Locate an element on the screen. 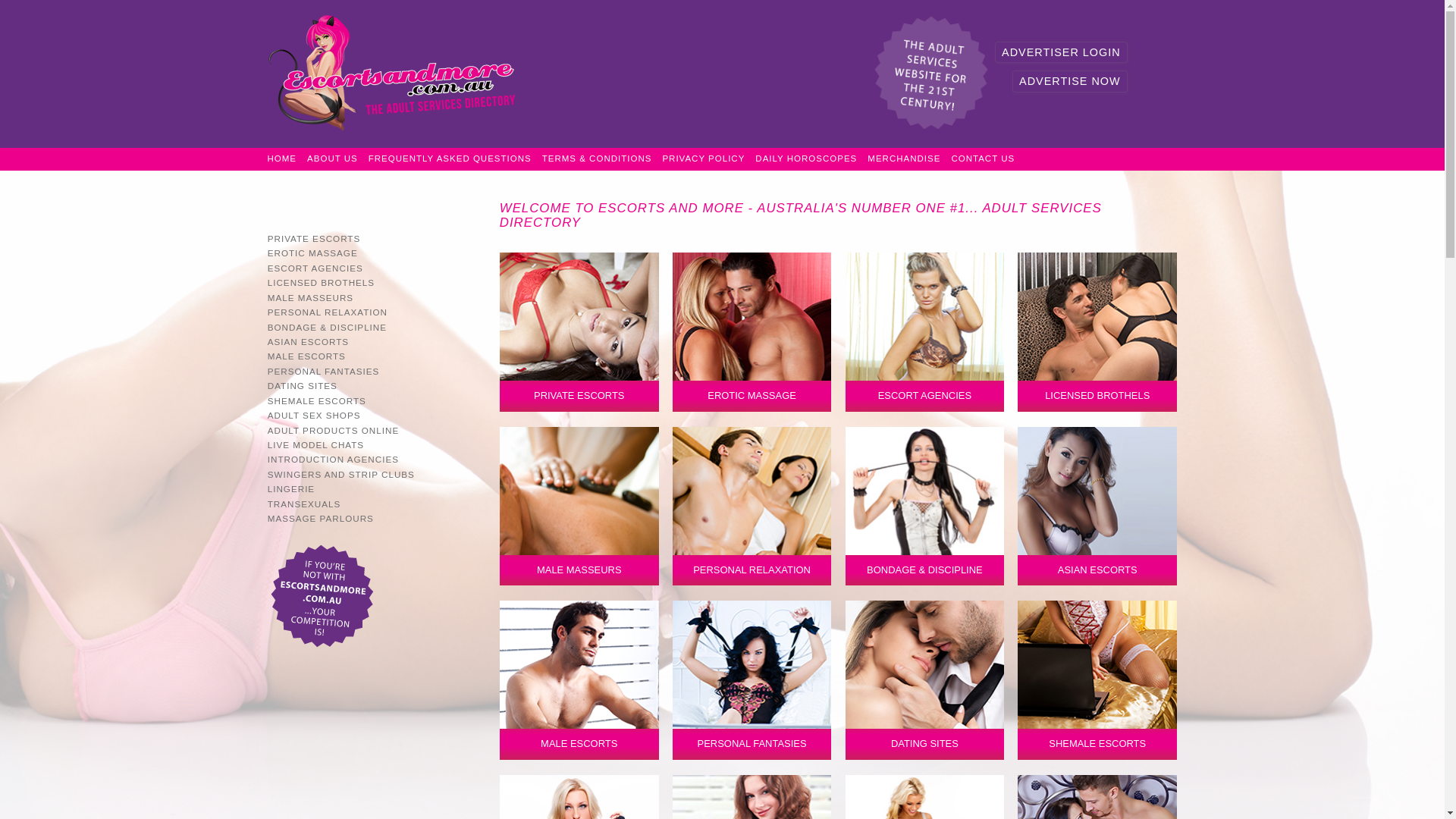 The image size is (1456, 819). 'Escort Agencies' is located at coordinates (844, 331).